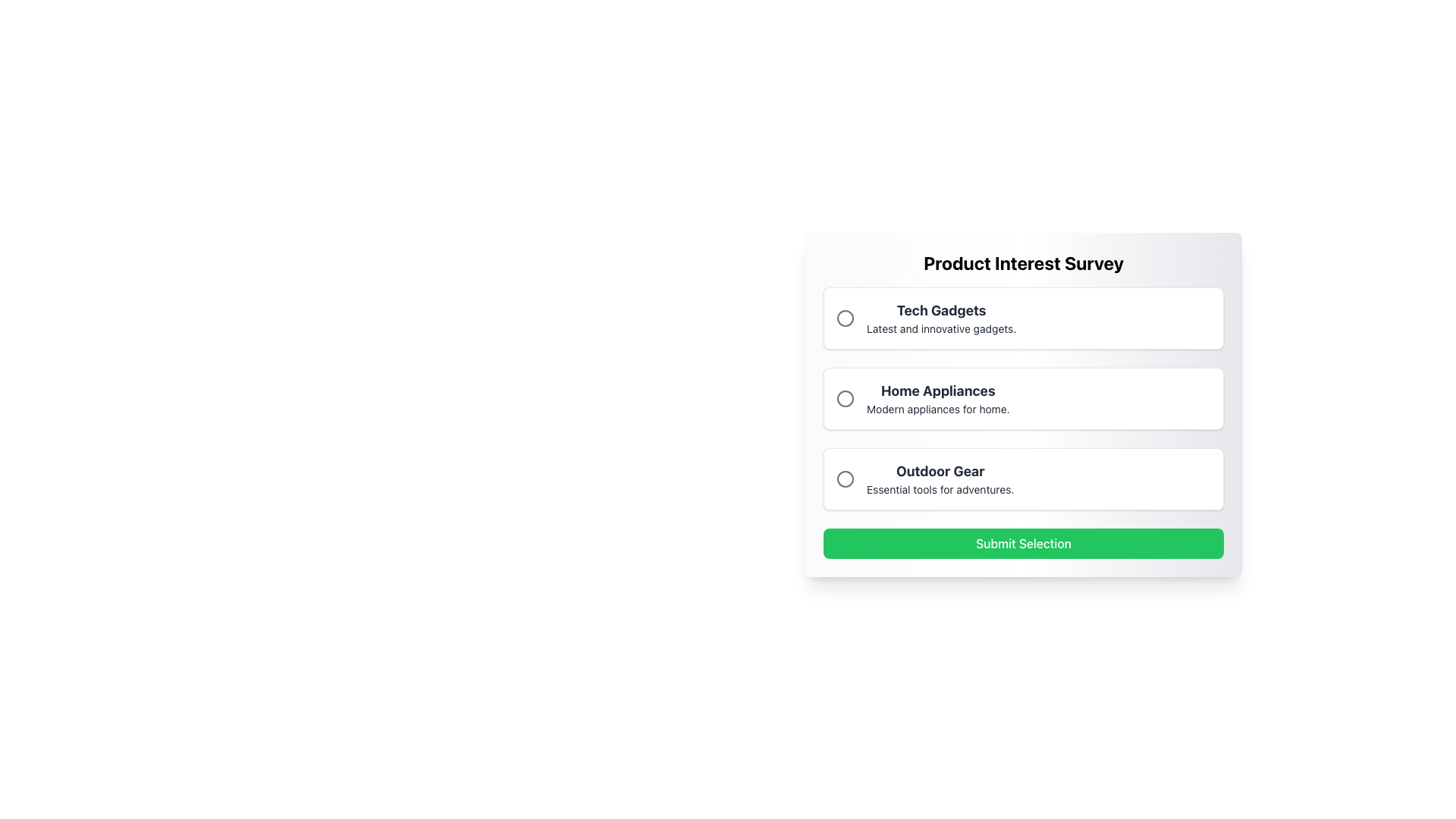 The width and height of the screenshot is (1456, 819). I want to click on the 'Home Appliances' text label which serves as the title for the selectable card option in the 'Product Interest Survey', so click(937, 391).